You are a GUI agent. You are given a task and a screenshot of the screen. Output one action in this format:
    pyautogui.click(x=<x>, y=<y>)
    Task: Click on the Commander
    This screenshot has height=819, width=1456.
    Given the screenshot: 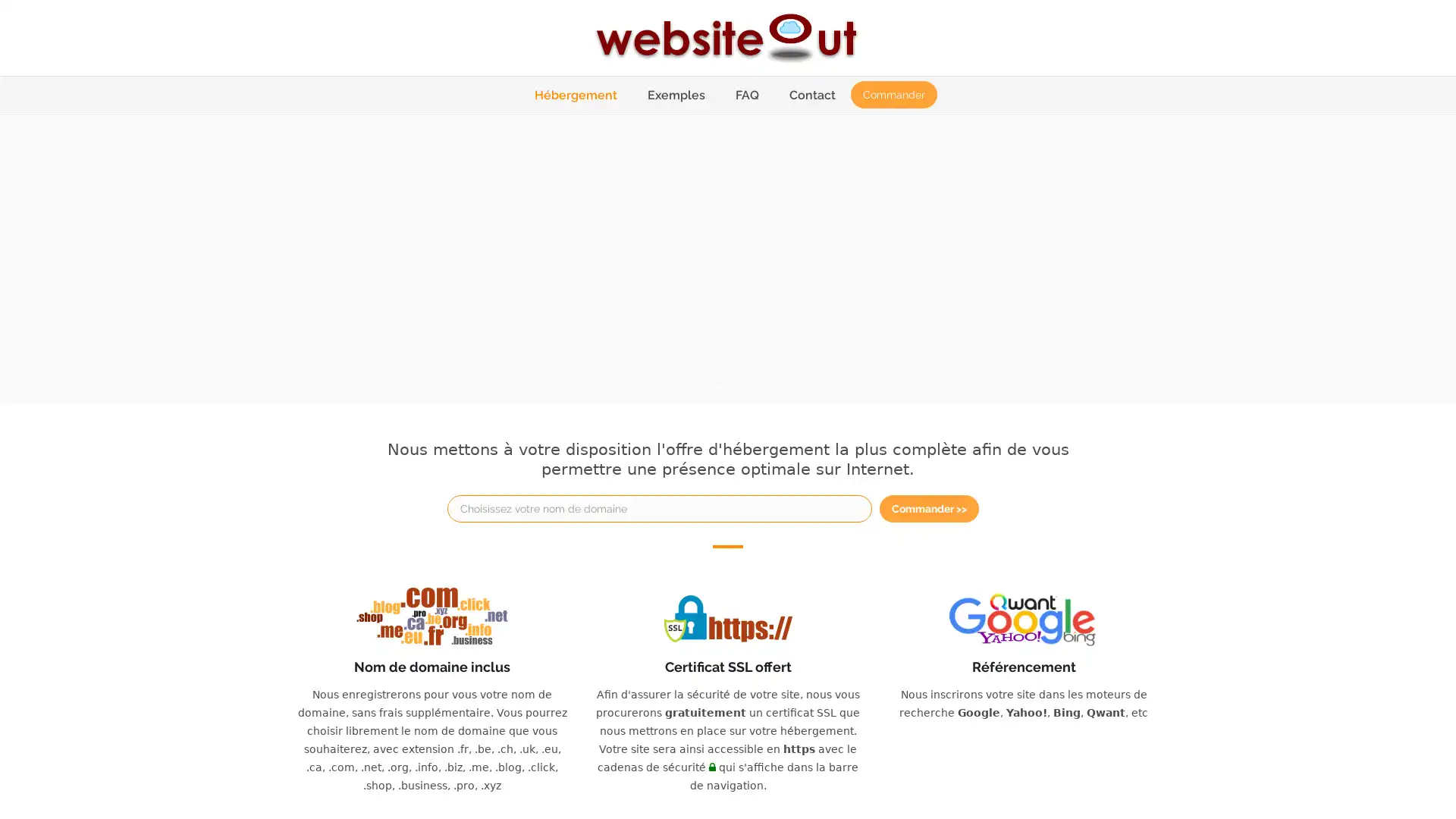 What is the action you would take?
    pyautogui.click(x=893, y=94)
    